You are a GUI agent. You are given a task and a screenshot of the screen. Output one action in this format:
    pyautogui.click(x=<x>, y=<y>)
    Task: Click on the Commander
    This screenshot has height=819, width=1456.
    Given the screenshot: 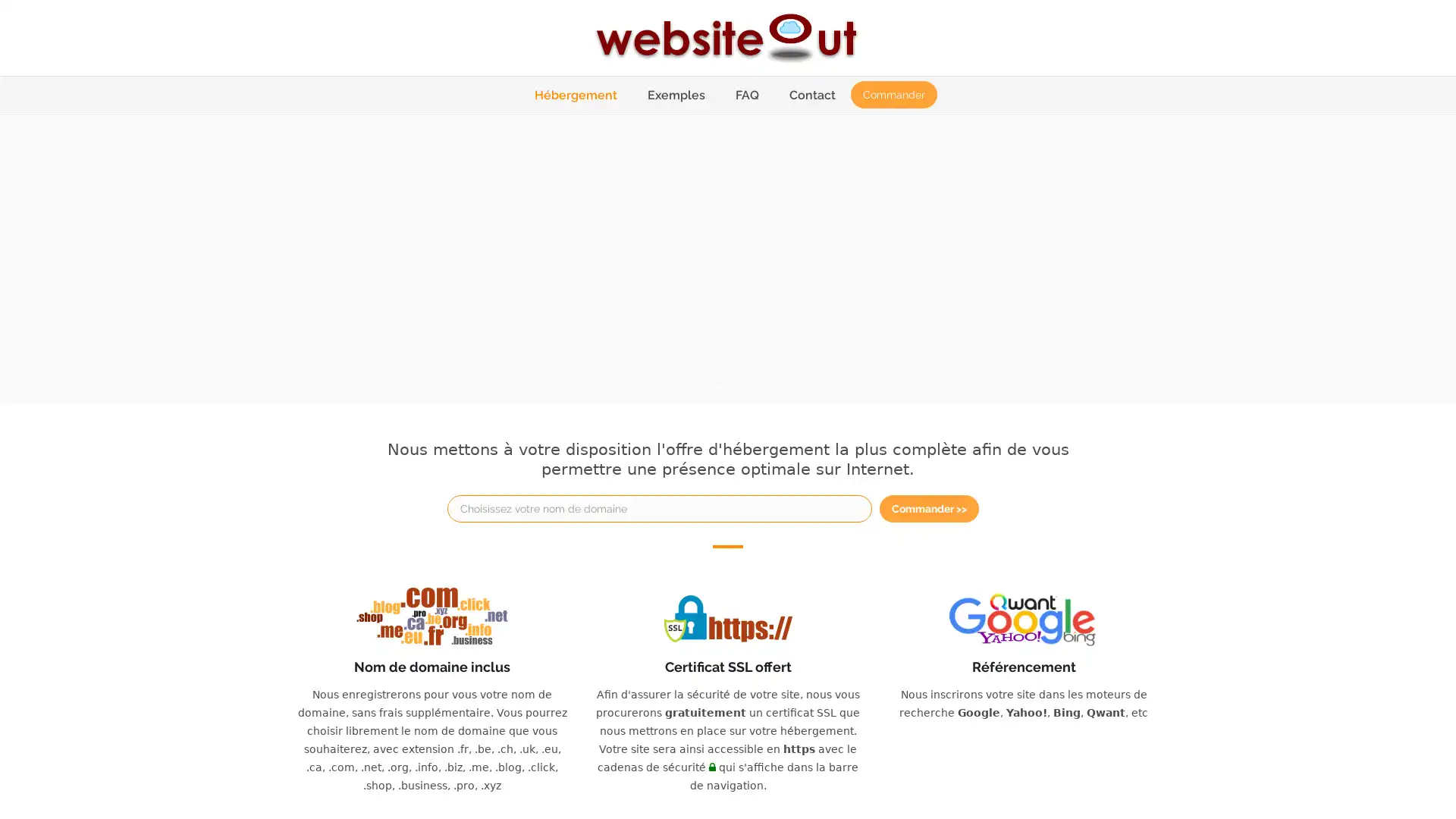 What is the action you would take?
    pyautogui.click(x=893, y=94)
    